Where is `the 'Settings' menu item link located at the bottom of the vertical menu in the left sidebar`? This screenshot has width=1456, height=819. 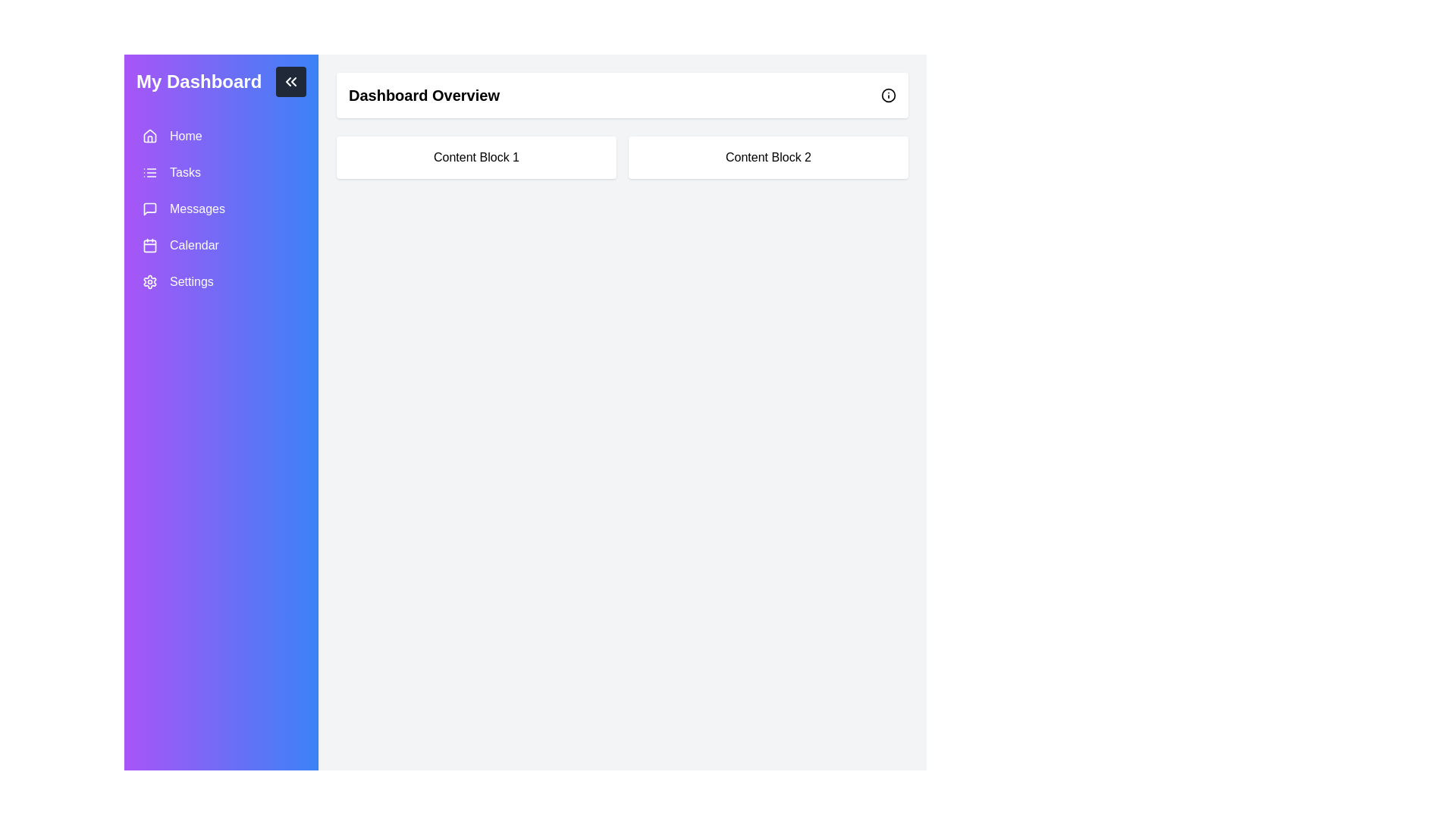
the 'Settings' menu item link located at the bottom of the vertical menu in the left sidebar is located at coordinates (221, 281).